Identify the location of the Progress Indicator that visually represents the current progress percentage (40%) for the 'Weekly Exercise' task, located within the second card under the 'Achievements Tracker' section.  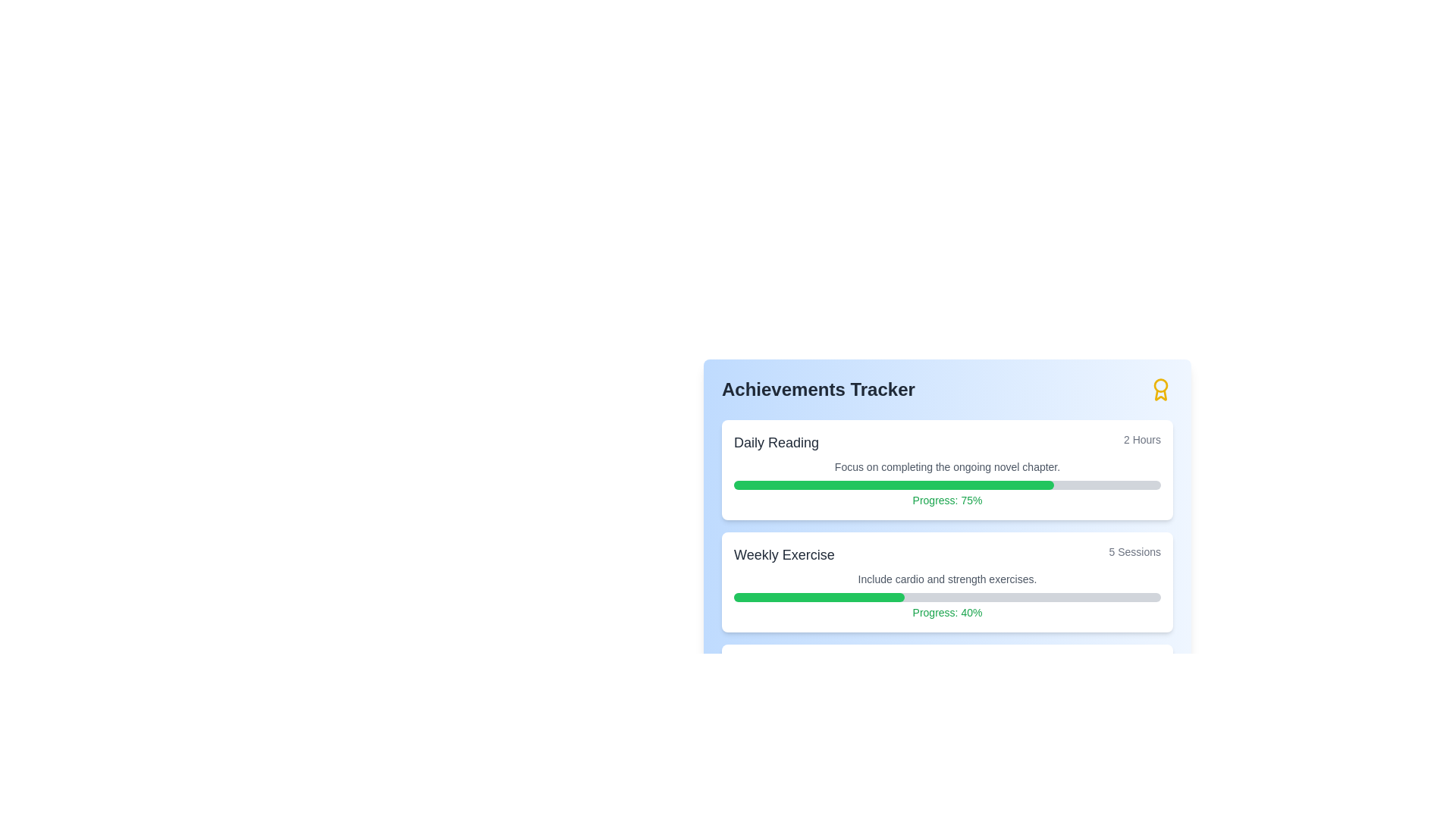
(818, 596).